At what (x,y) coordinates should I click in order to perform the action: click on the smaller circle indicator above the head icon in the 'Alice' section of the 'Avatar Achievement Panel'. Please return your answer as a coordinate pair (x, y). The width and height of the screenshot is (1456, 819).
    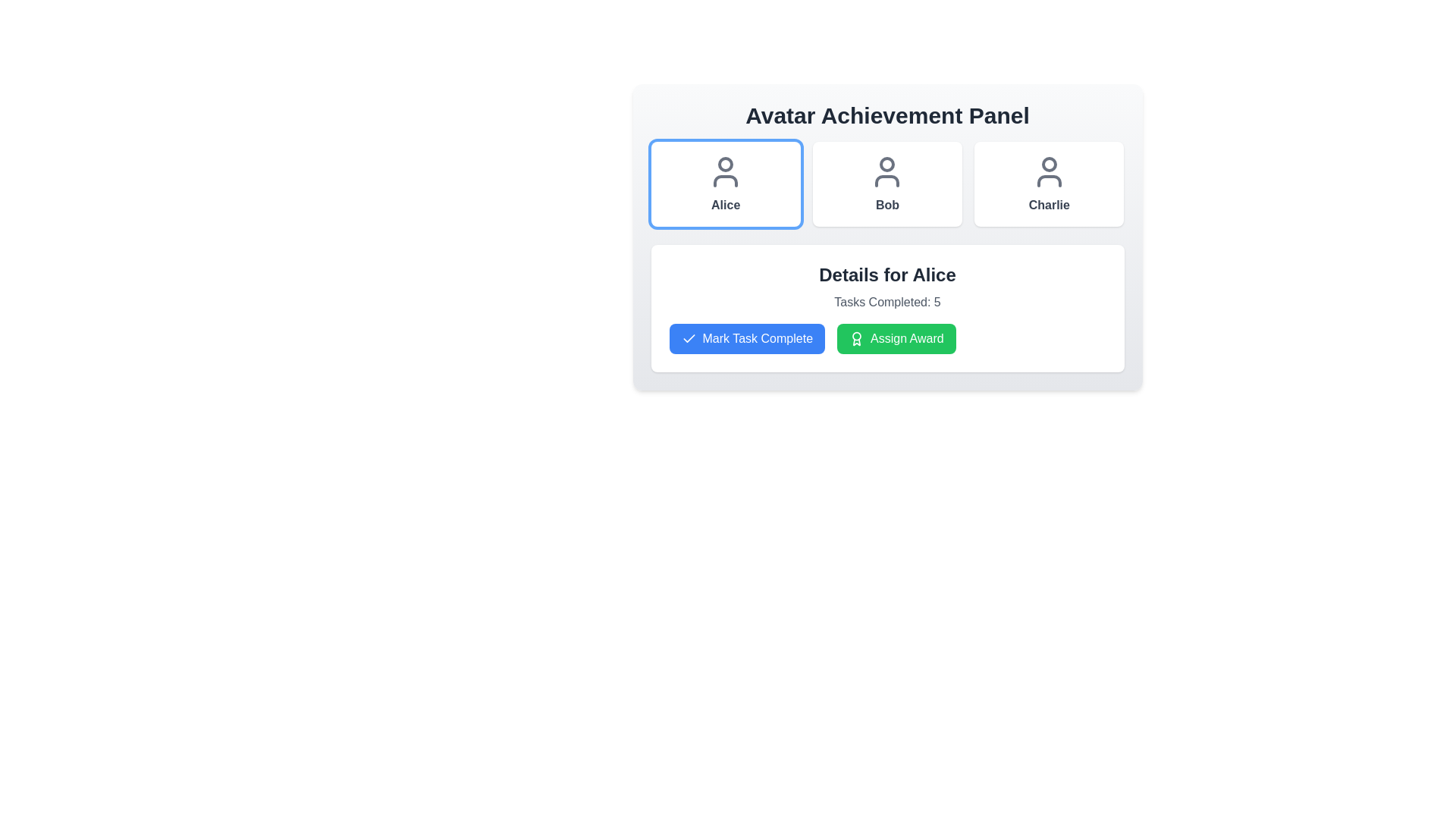
    Looking at the image, I should click on (725, 164).